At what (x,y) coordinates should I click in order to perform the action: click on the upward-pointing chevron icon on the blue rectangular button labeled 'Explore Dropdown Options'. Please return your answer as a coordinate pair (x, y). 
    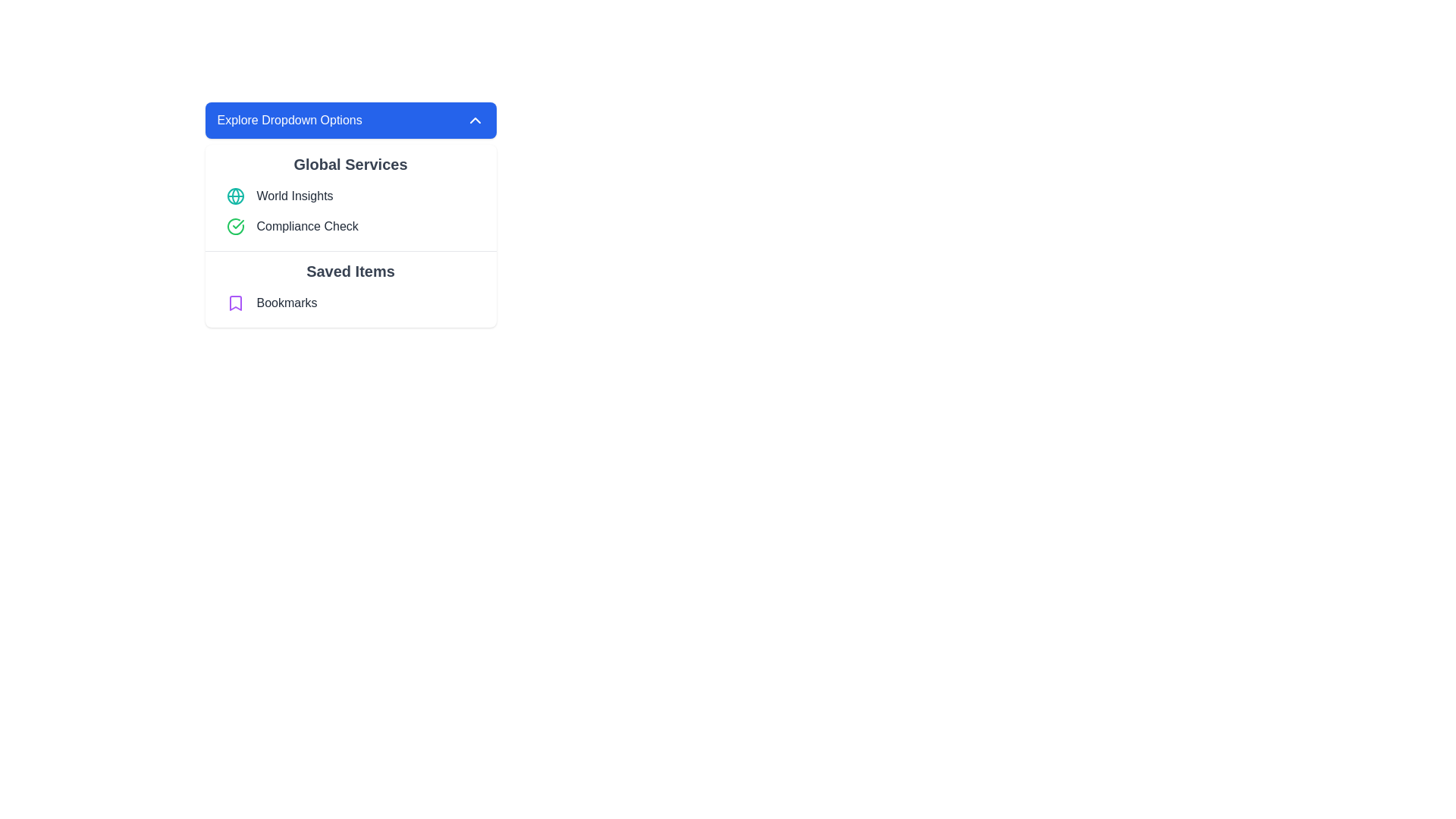
    Looking at the image, I should click on (474, 119).